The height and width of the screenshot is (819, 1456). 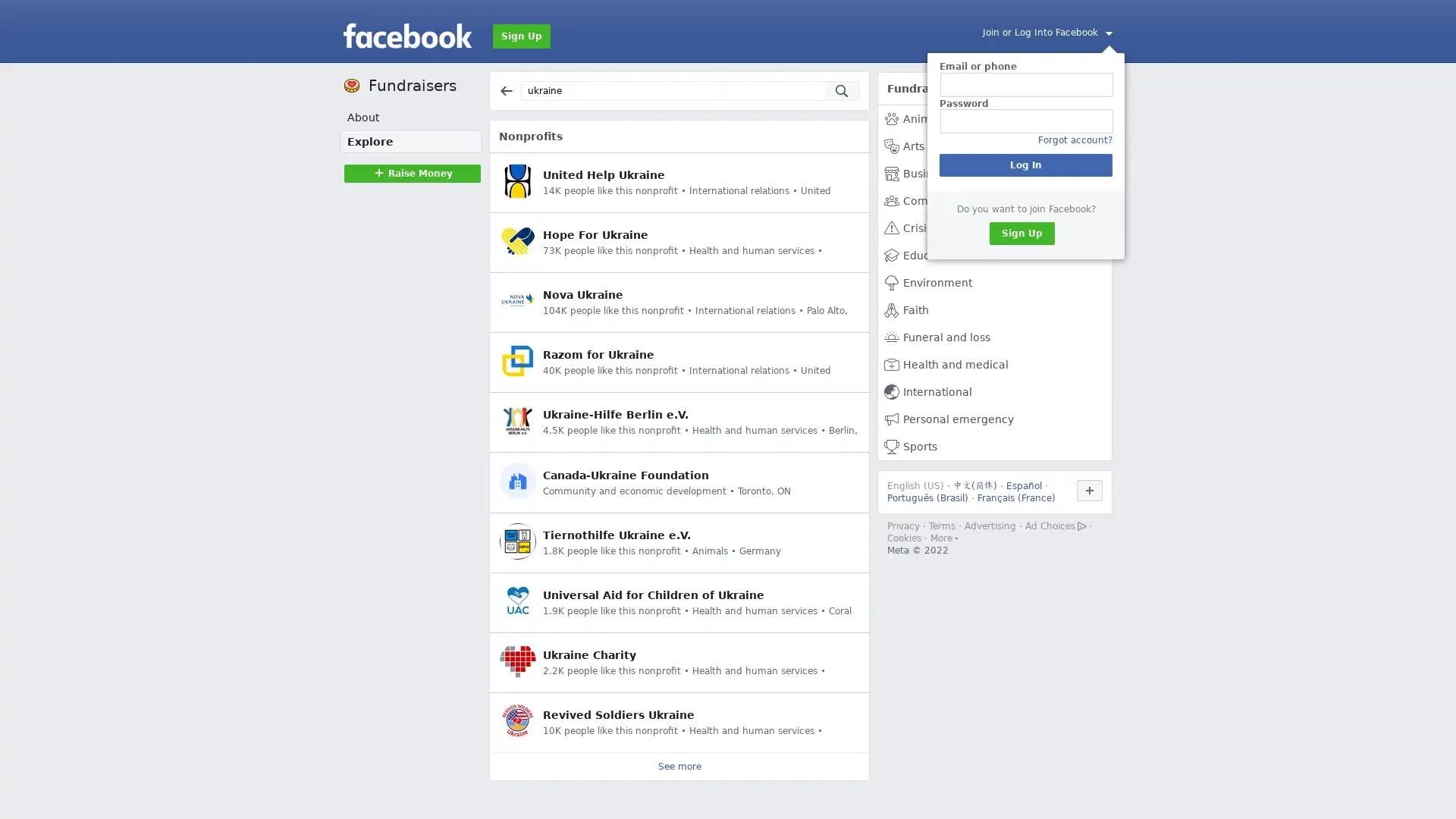 What do you see at coordinates (1022, 234) in the screenshot?
I see `Sign Up` at bounding box center [1022, 234].